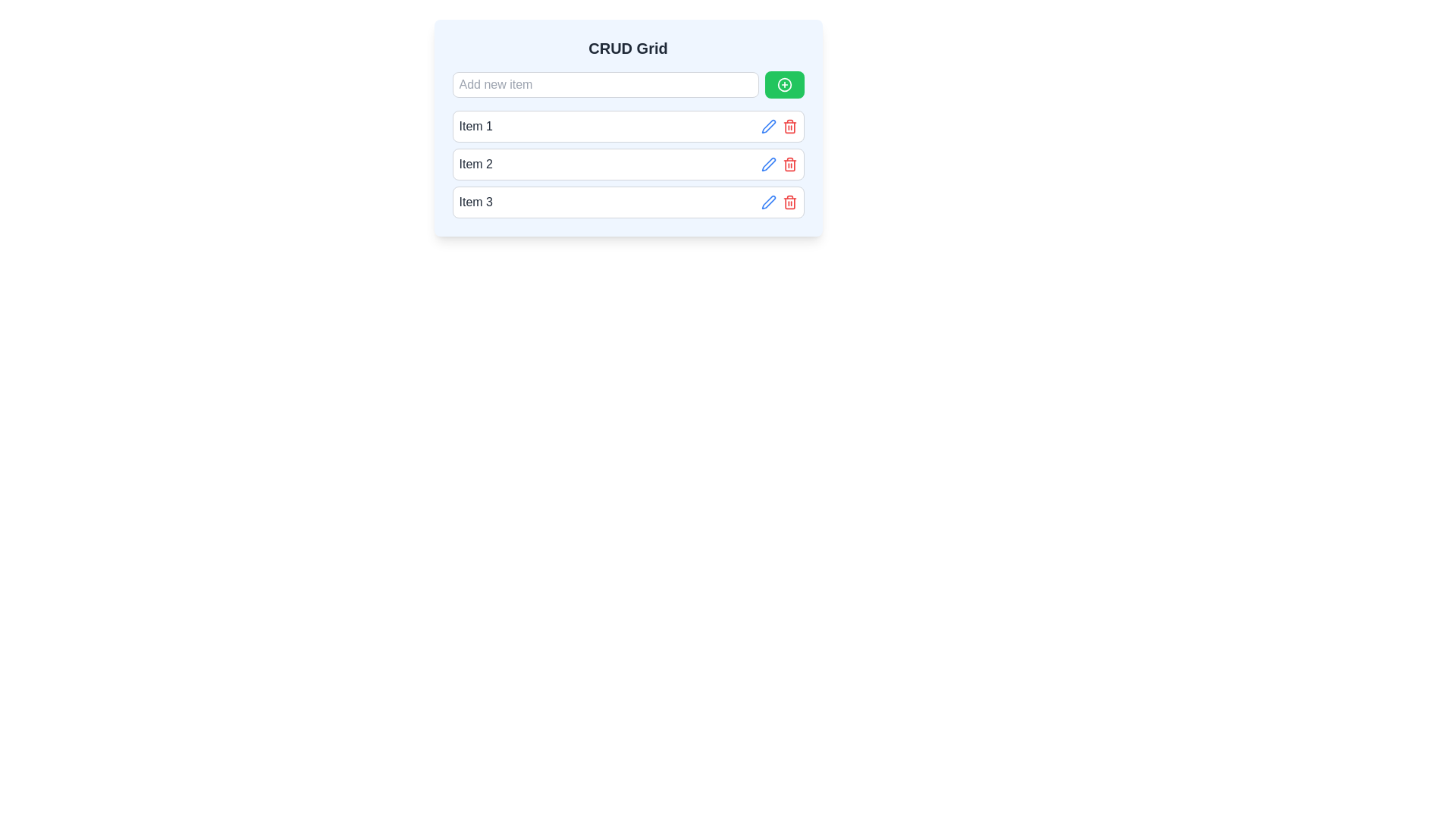 Image resolution: width=1456 pixels, height=819 pixels. What do you see at coordinates (784, 84) in the screenshot?
I see `the action button located at the right end of the horizontal section in the CRUD Grid interface` at bounding box center [784, 84].